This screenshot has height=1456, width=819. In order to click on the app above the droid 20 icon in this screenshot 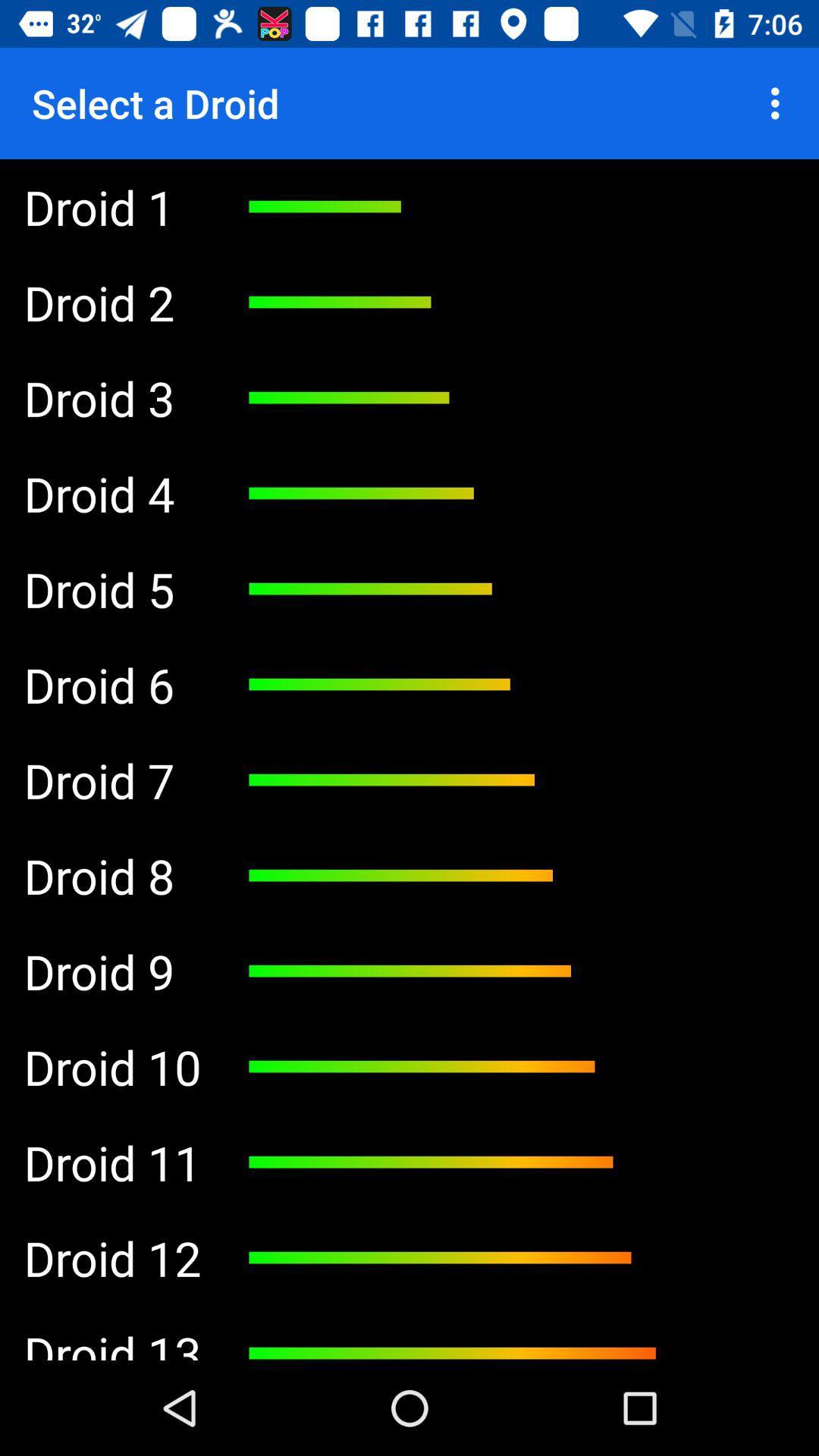, I will do `click(111, 1161)`.